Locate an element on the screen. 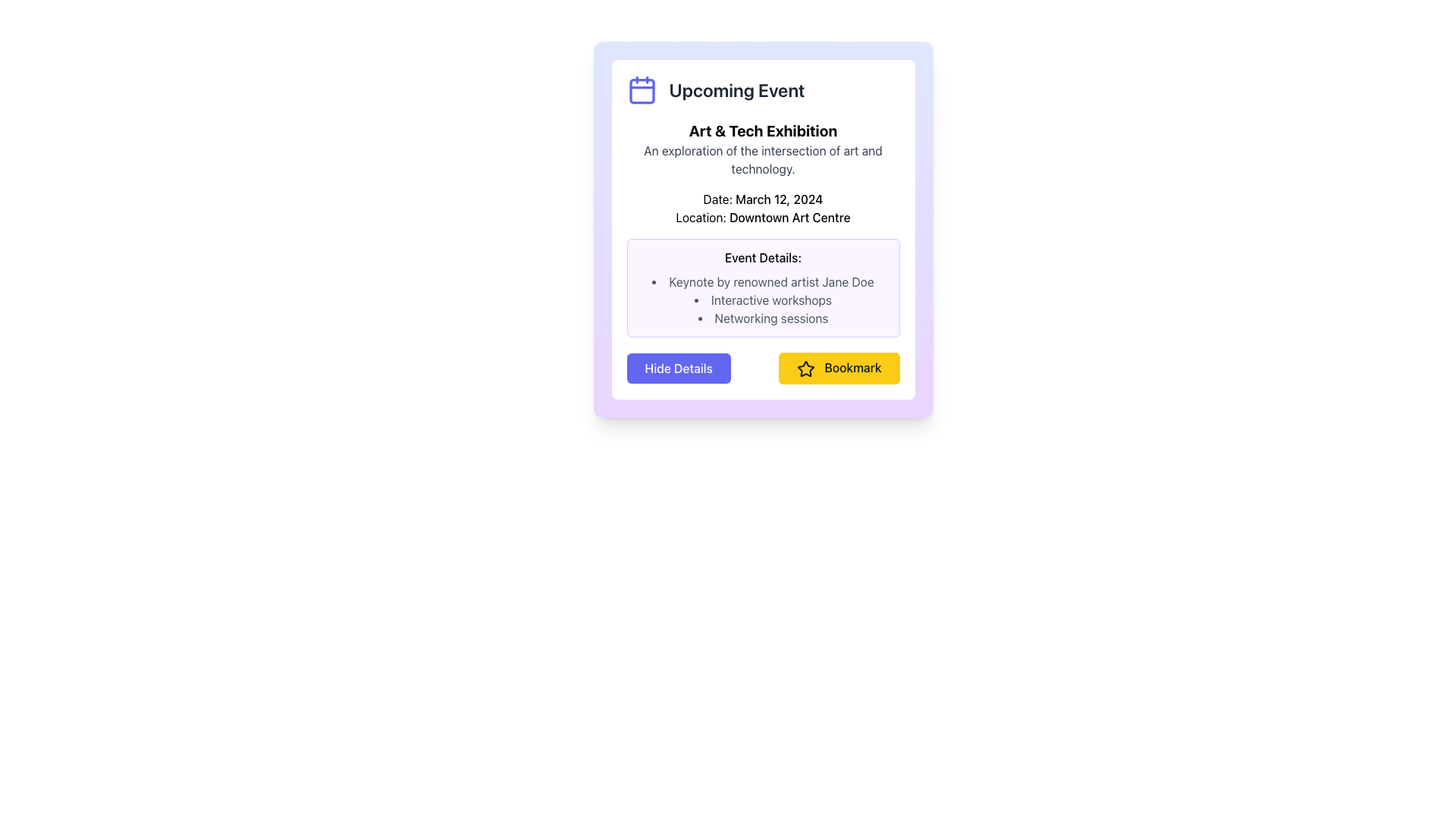 This screenshot has width=1456, height=819. the text display element that provides the event title and additional descriptive information, located within the 'Upcoming Event' group, situated below the event title and above event details is located at coordinates (763, 149).